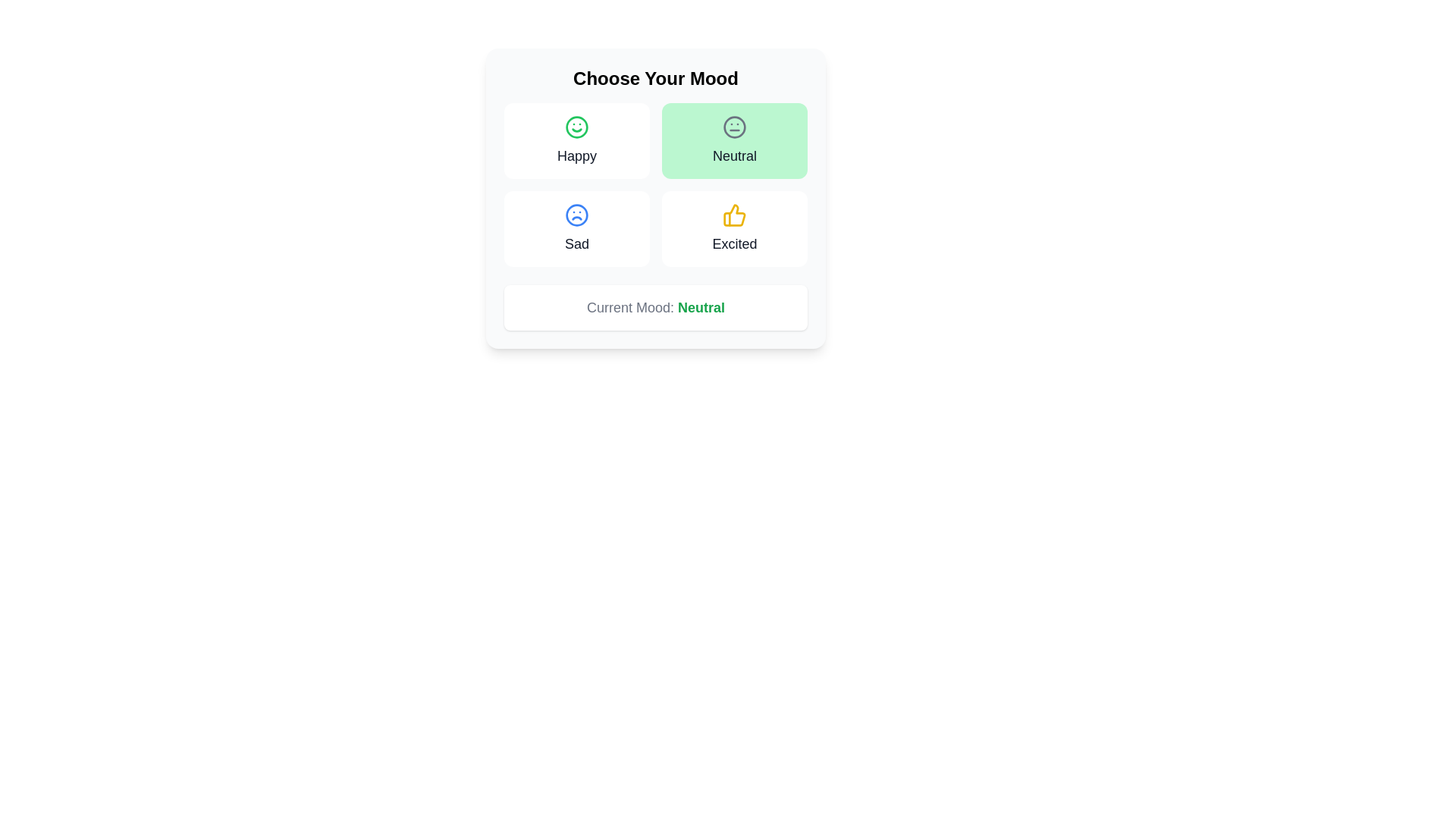 The image size is (1456, 819). What do you see at coordinates (576, 155) in the screenshot?
I see `the 'Happy' text label, which is styled in dark grey and located below the smiley face icon in the mood selection interface` at bounding box center [576, 155].